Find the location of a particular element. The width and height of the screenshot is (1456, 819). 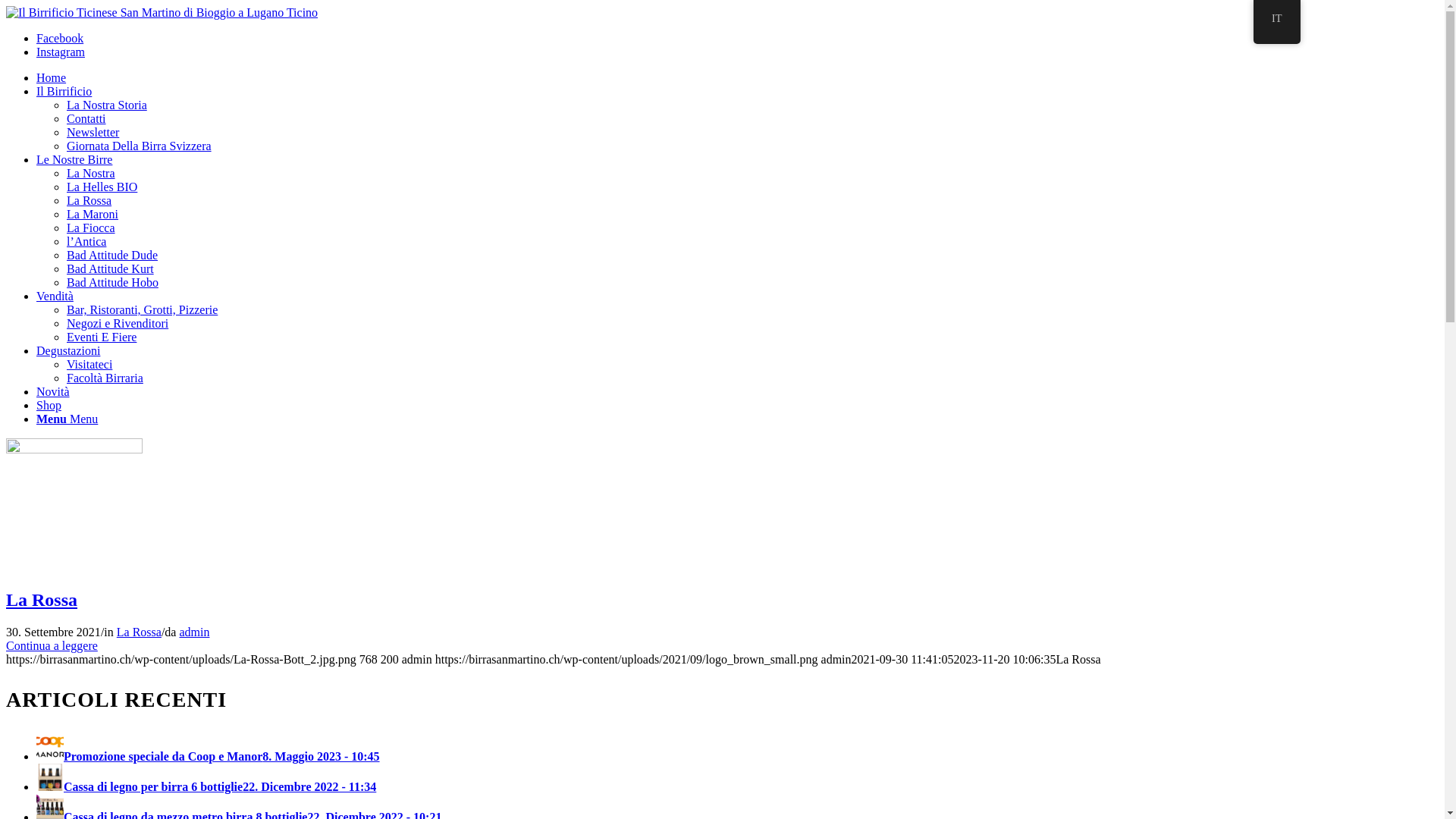

'La Rossa' is located at coordinates (139, 632).